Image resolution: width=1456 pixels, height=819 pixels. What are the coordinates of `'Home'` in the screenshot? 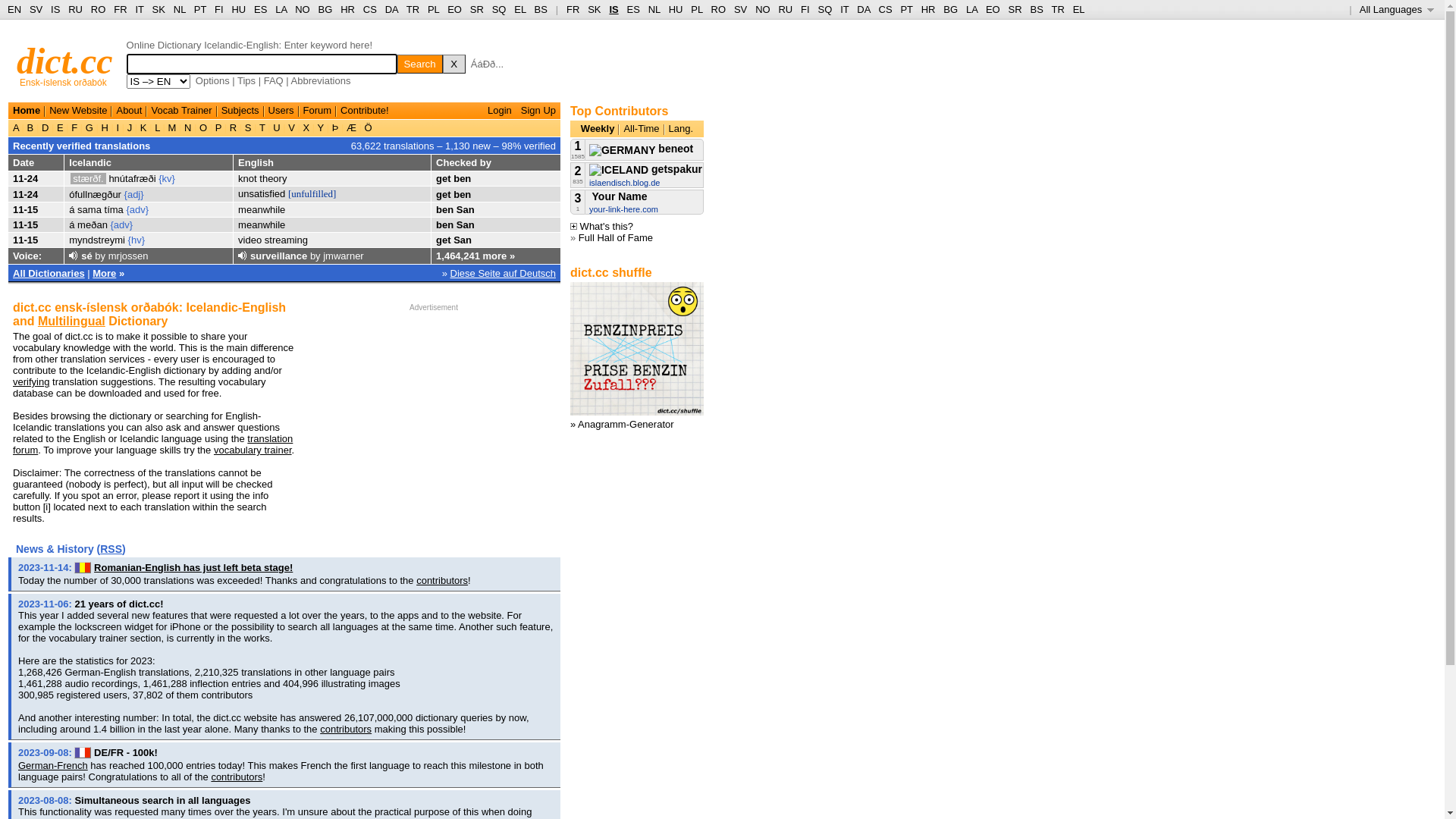 It's located at (26, 109).